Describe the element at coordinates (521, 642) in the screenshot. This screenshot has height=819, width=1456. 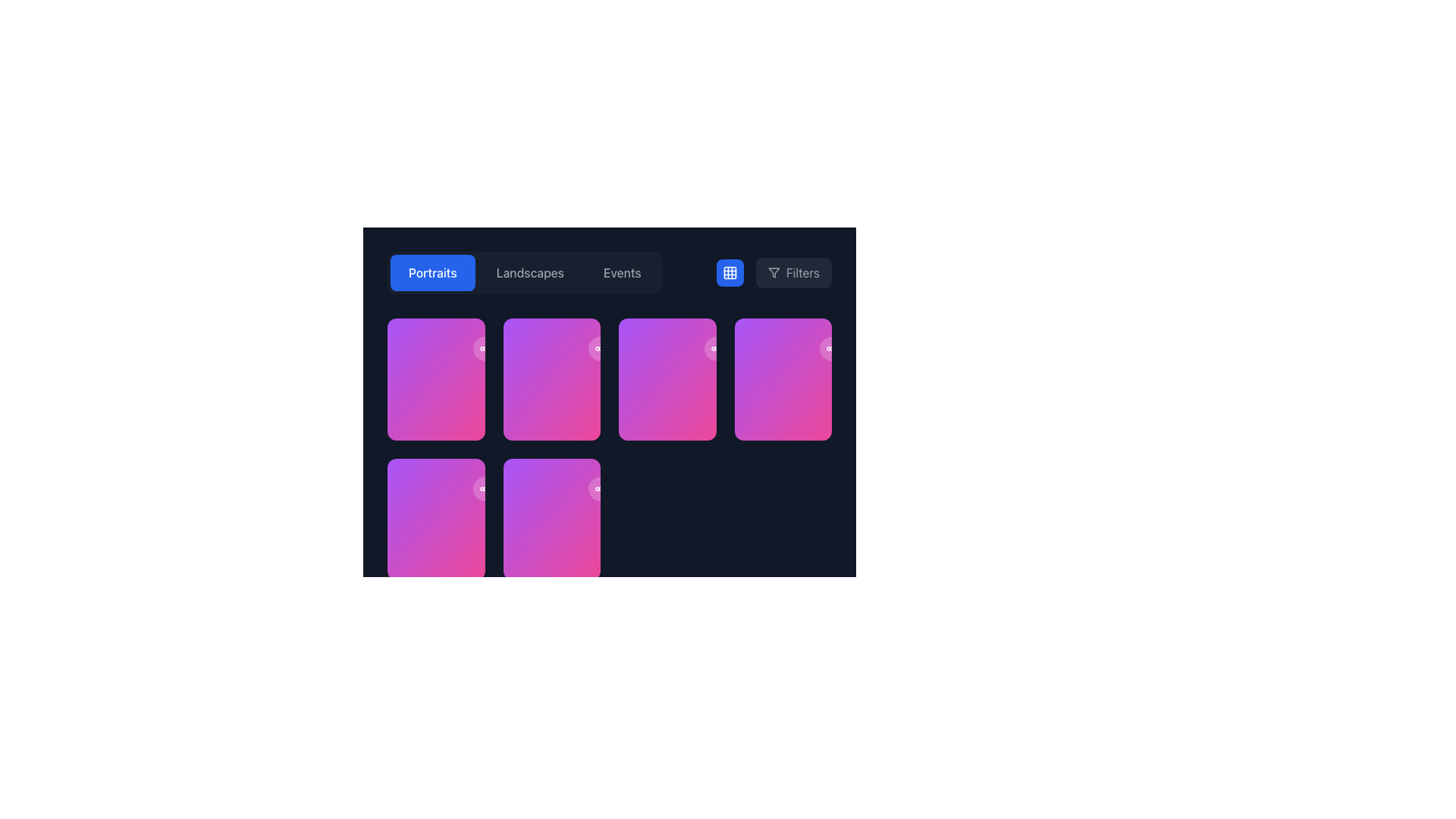
I see `the heart icon element, which serves as a 'like' or 'favorite' symbol, using keyboard navigation` at that location.